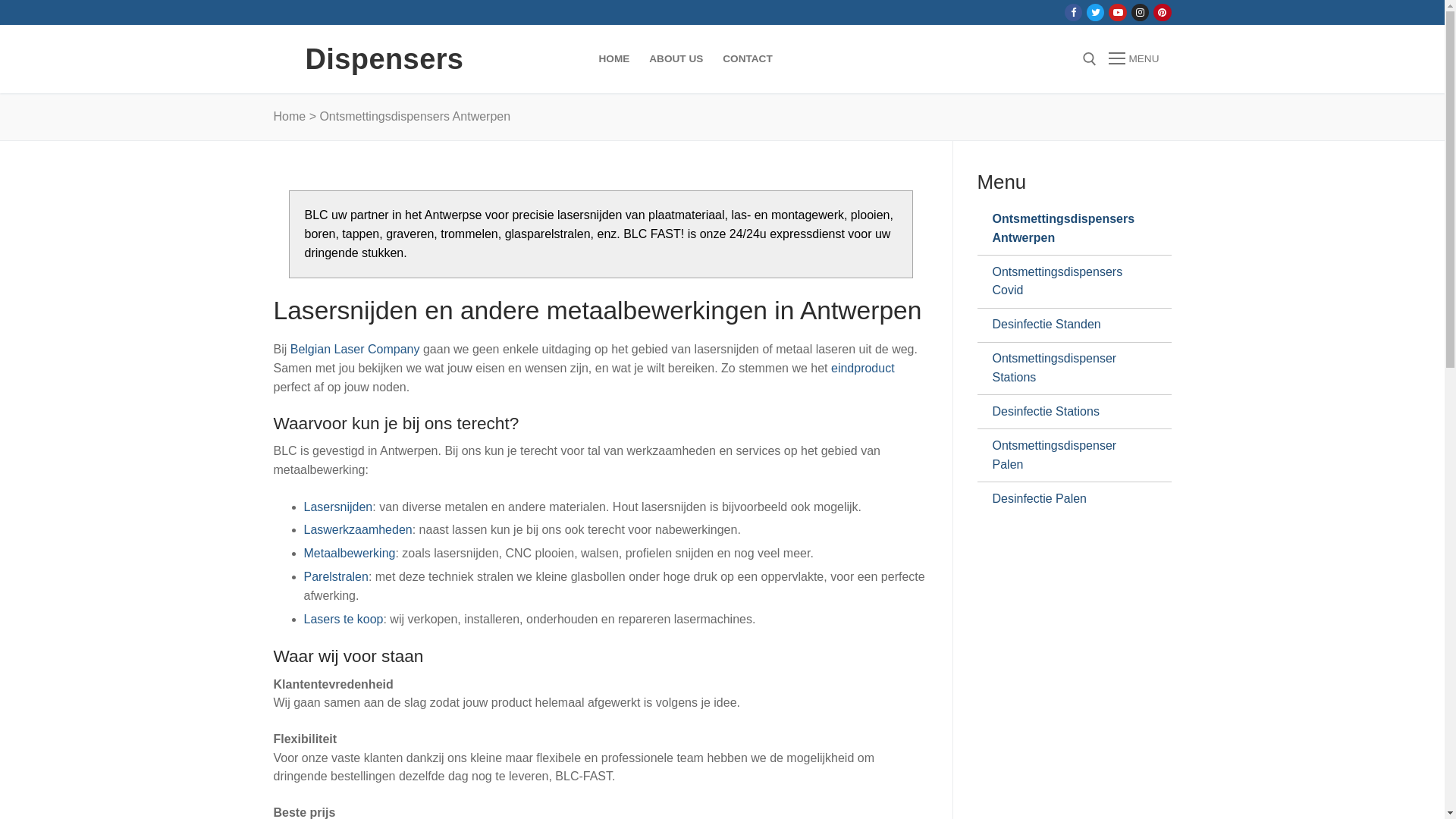 This screenshot has height=819, width=1456. I want to click on 'Naar de inhoud springen', so click(0, 0).